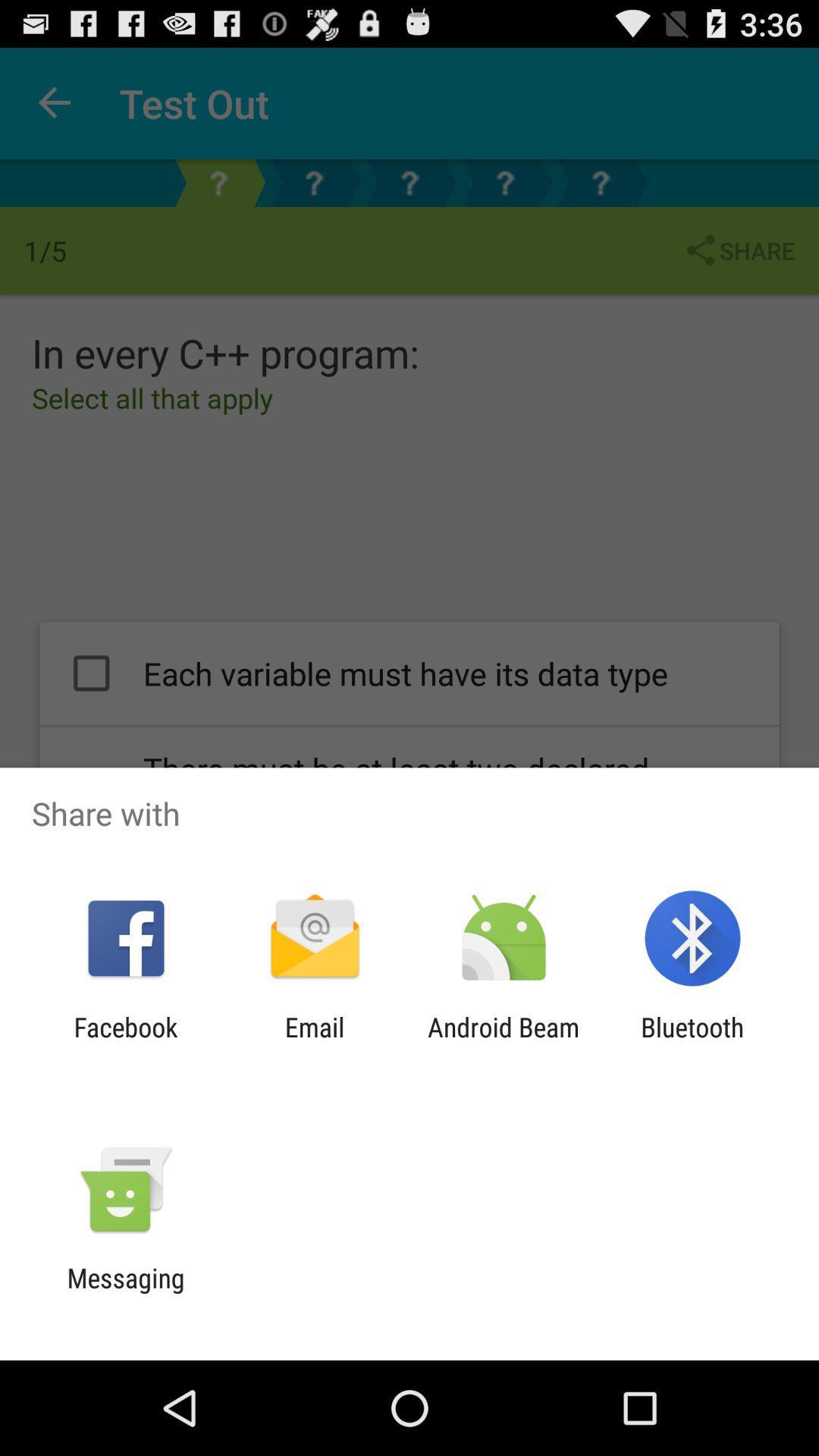 This screenshot has height=1456, width=819. What do you see at coordinates (504, 1042) in the screenshot?
I see `app next to email` at bounding box center [504, 1042].